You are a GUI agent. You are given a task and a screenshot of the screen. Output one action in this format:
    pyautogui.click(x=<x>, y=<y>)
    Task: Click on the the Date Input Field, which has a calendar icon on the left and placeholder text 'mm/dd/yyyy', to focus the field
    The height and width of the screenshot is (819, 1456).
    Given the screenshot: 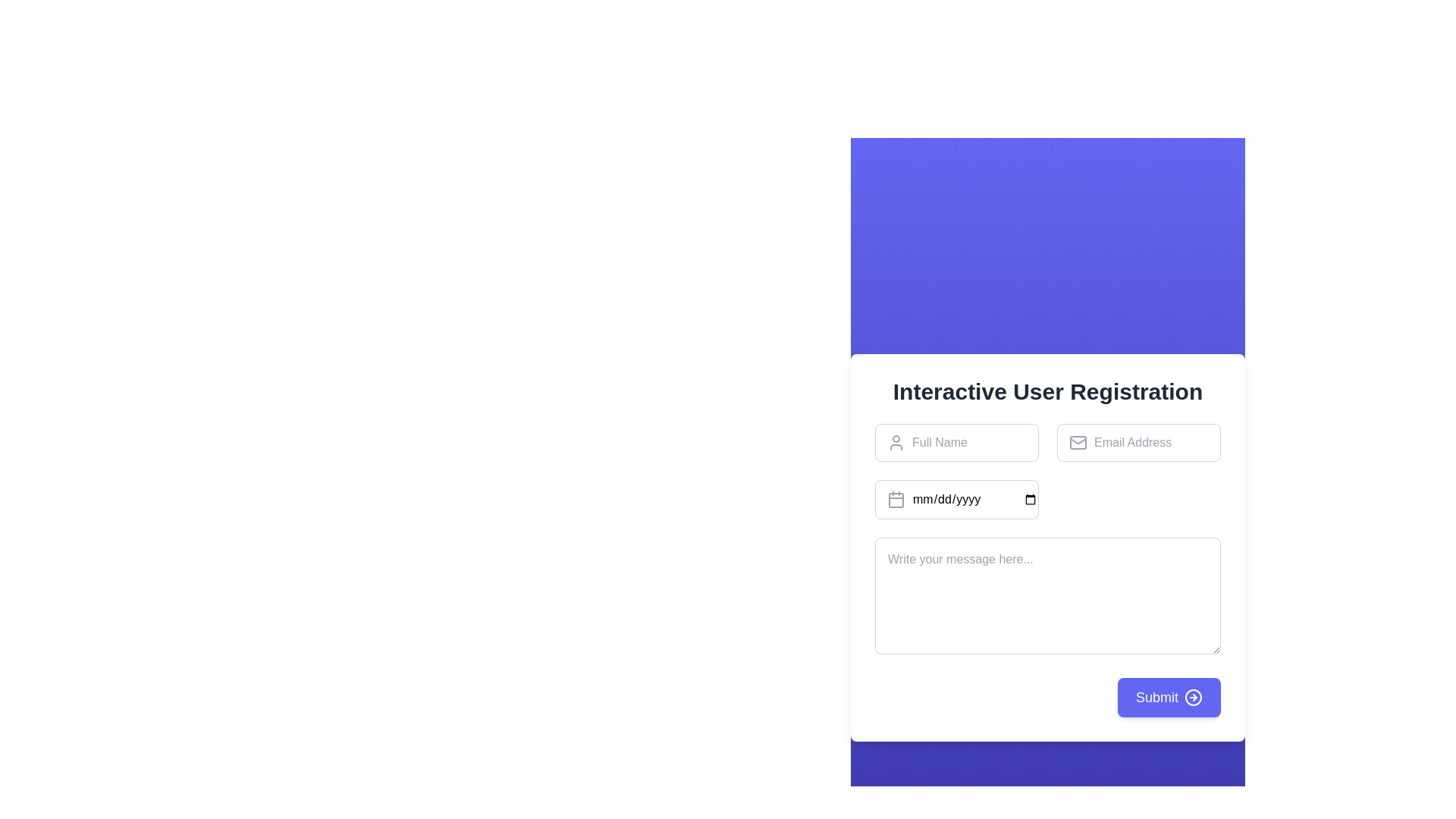 What is the action you would take?
    pyautogui.click(x=956, y=499)
    